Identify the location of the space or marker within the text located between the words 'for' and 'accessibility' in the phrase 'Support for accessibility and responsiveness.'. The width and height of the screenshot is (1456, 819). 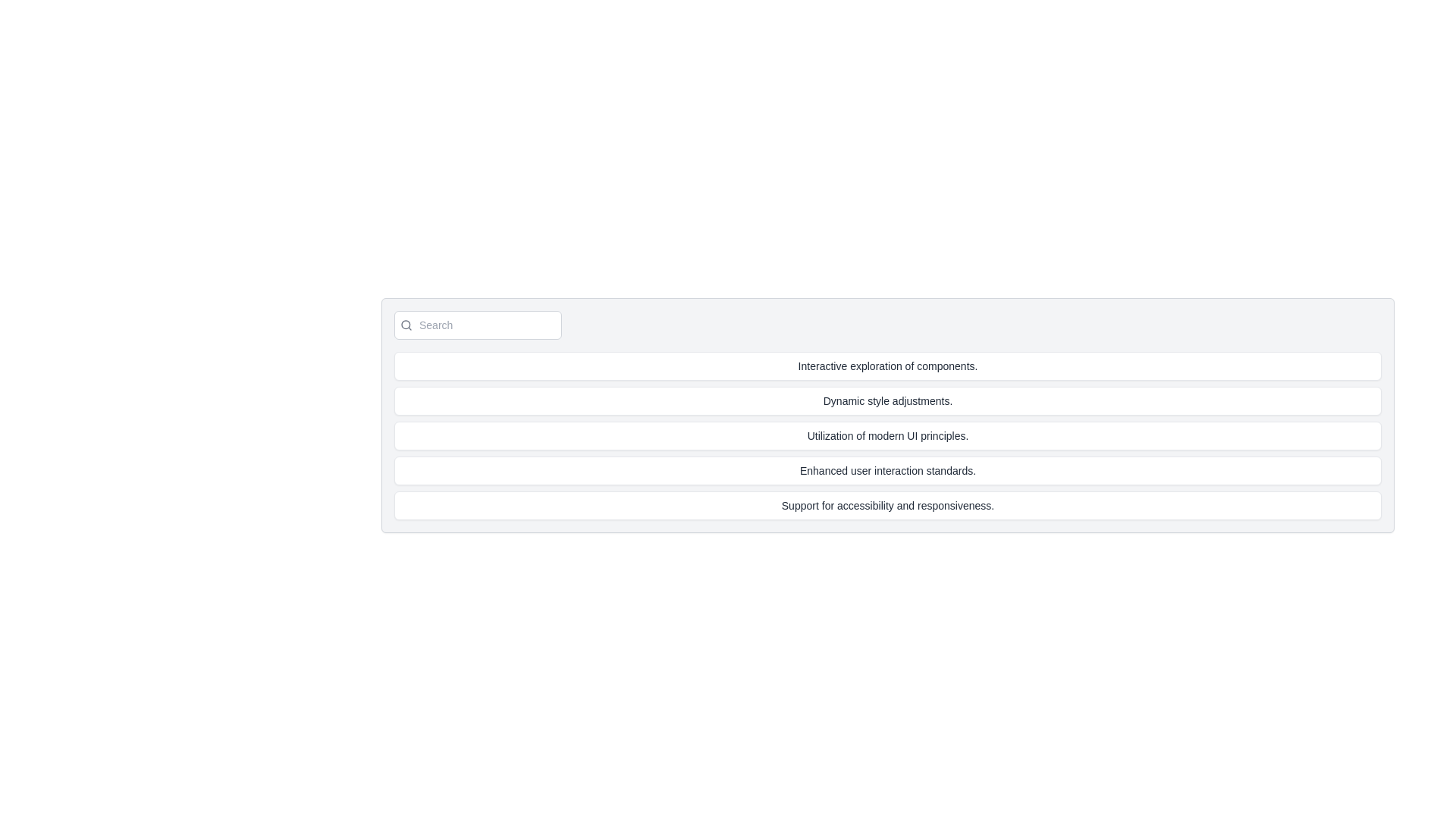
(835, 506).